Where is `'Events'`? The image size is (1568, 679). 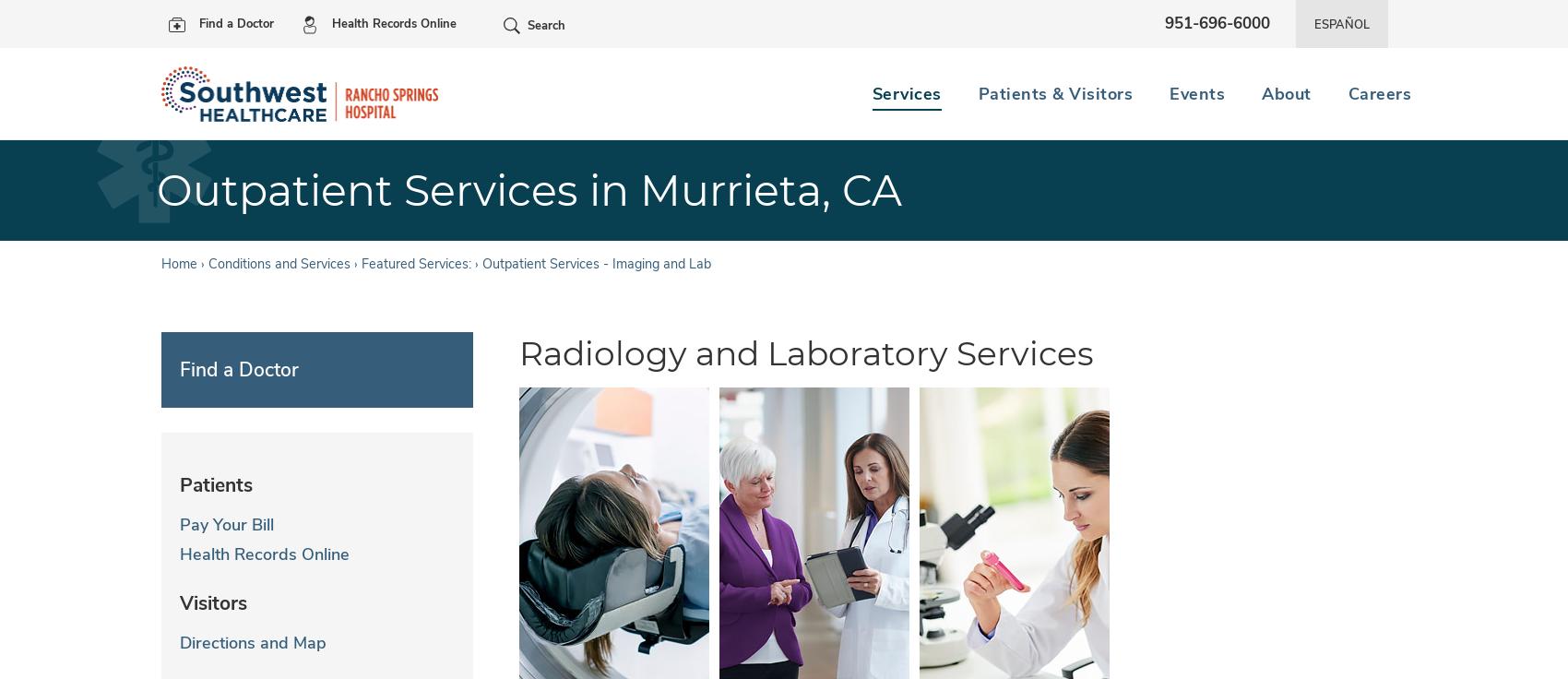 'Events' is located at coordinates (1196, 93).